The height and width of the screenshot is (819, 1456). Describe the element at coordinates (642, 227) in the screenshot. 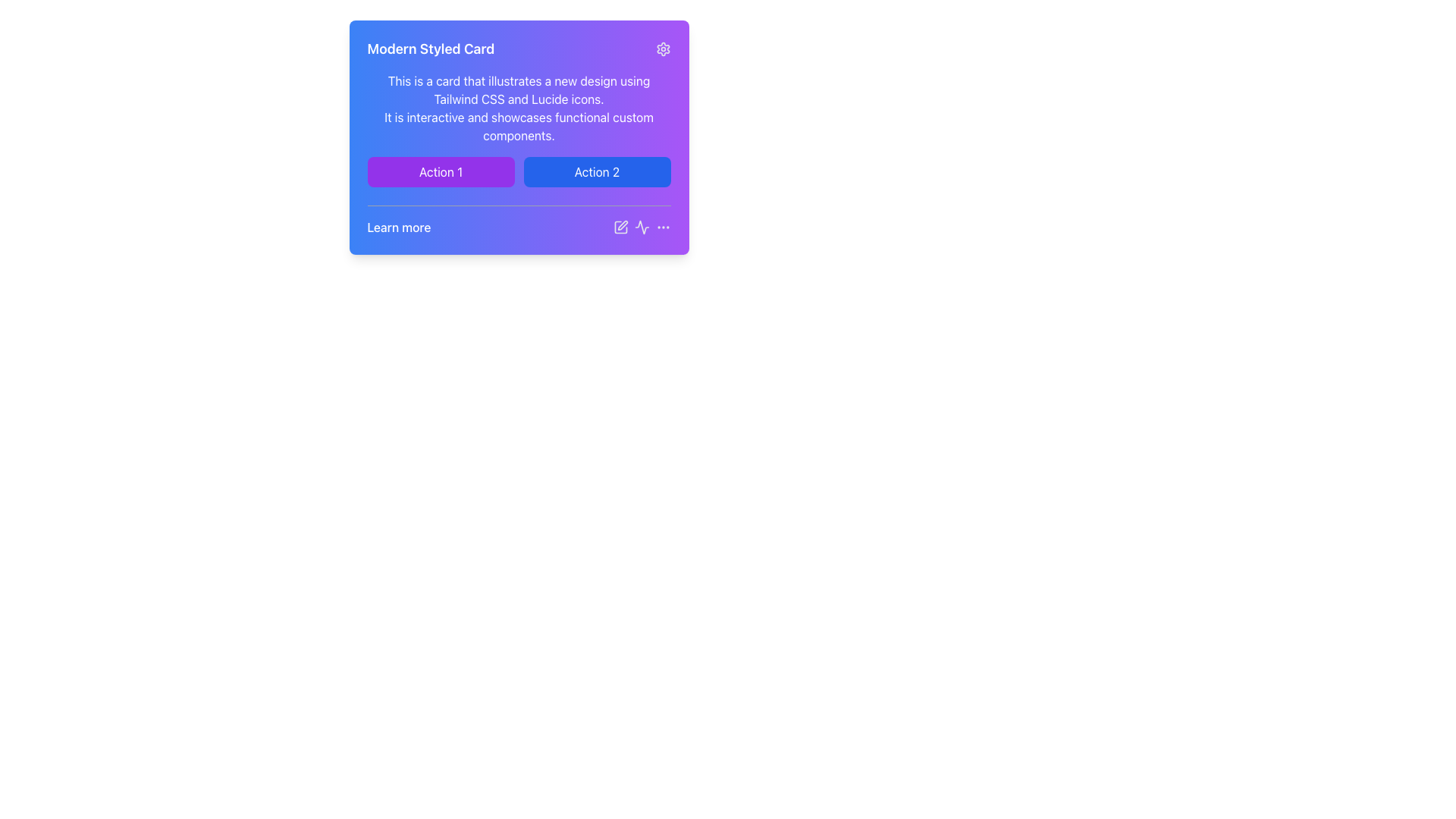

I see `the waveform icon, which is the fourth icon in a horizontal row within a card-like widget, located in the bottom-right corner` at that location.